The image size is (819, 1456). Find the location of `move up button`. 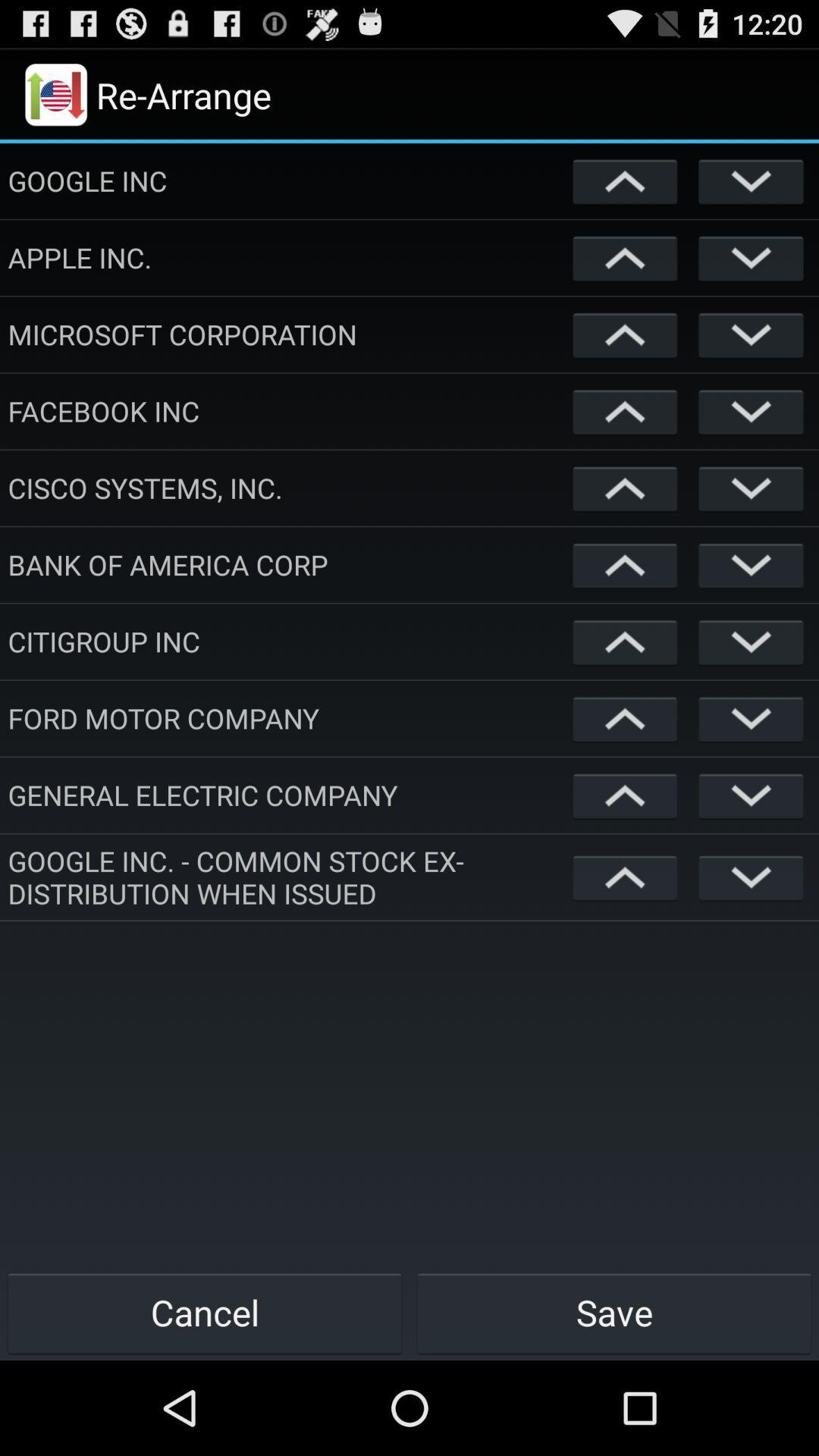

move up button is located at coordinates (625, 411).